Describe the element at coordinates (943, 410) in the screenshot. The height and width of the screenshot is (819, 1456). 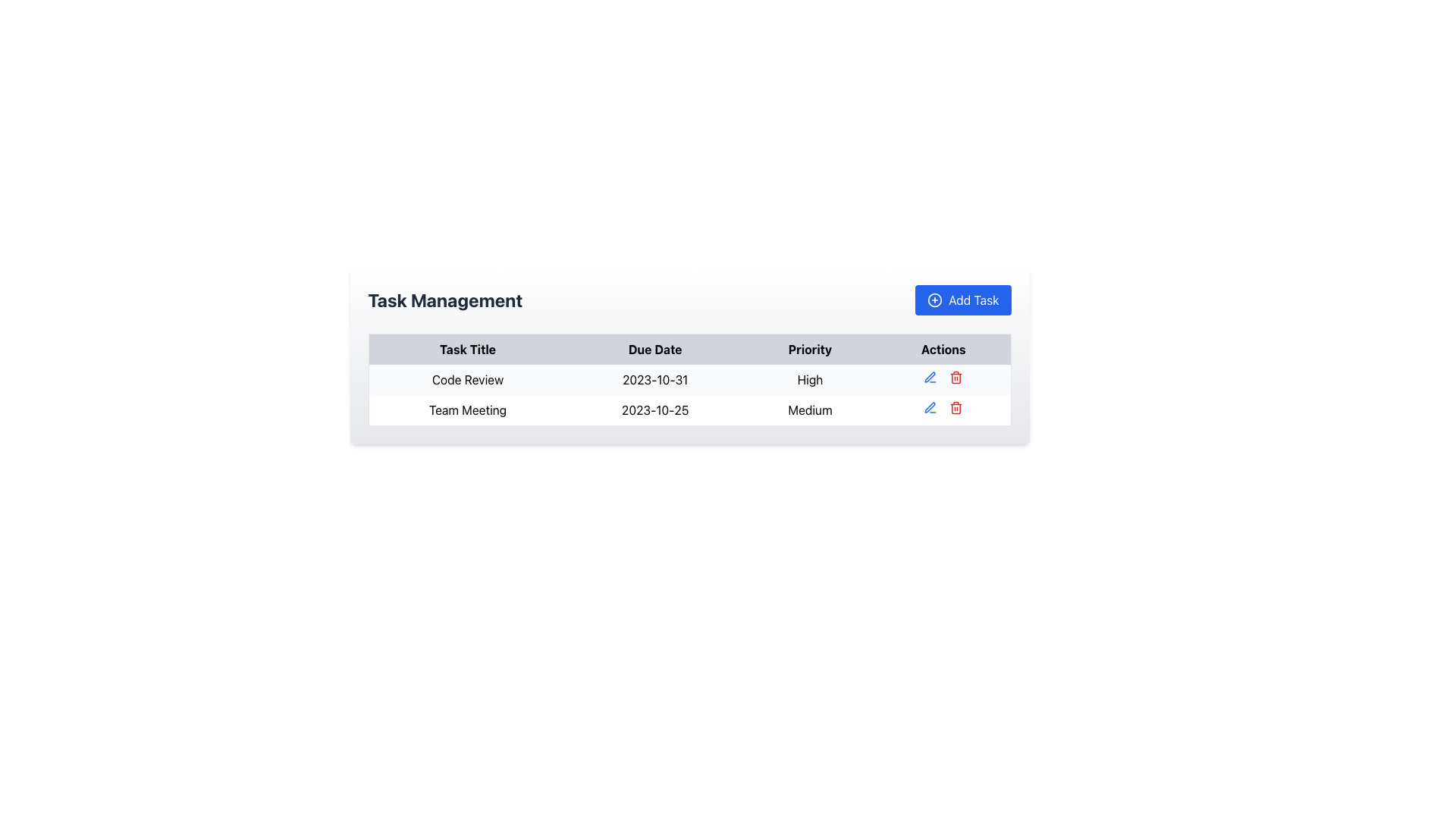
I see `the non-interactive visual placeholder or separator in the 'Actions' column for the 'Team Meeting' row, which is the fourth cell and positioned adjacent to the delete and edit buttons` at that location.